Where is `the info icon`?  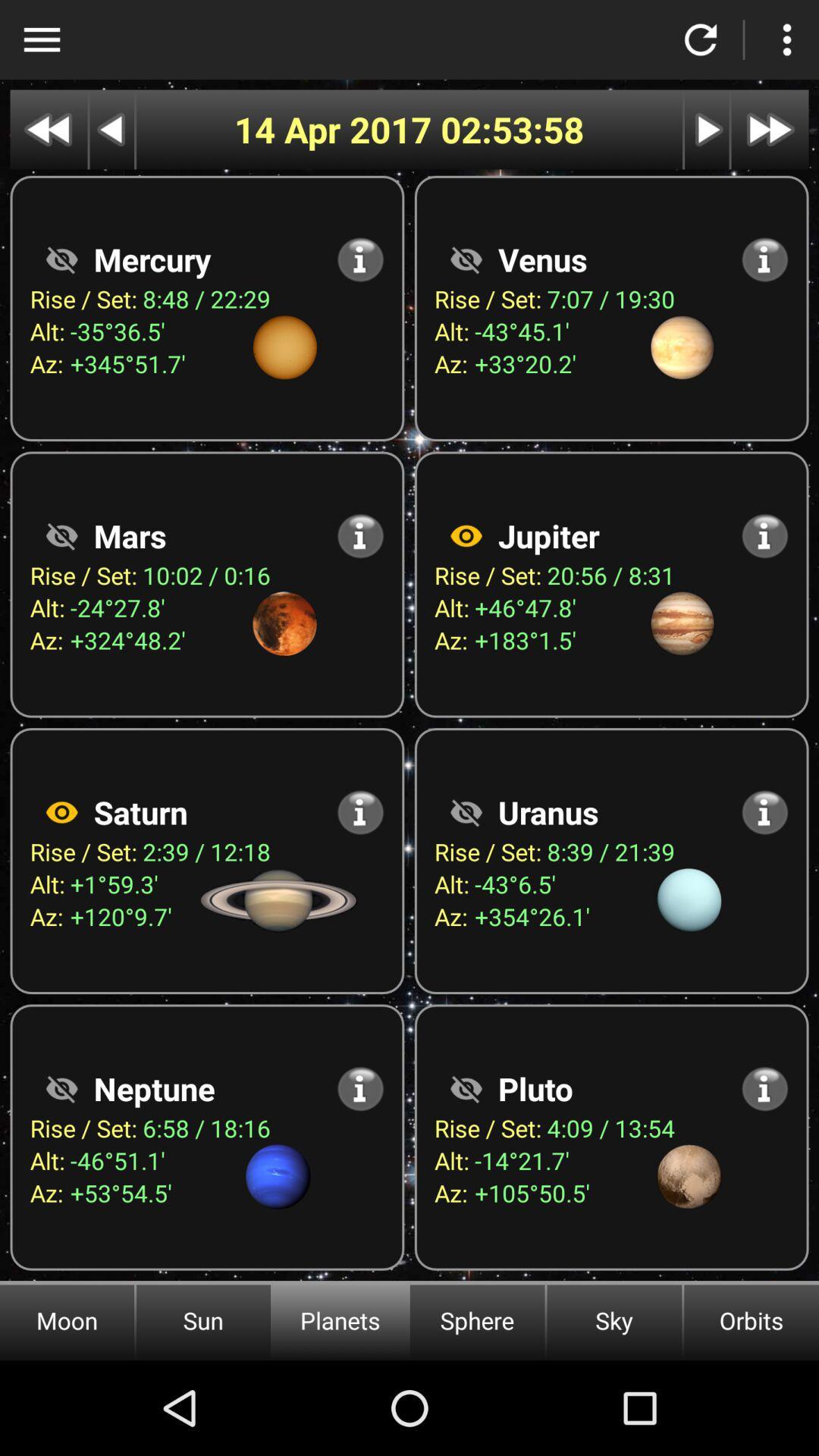 the info icon is located at coordinates (360, 535).